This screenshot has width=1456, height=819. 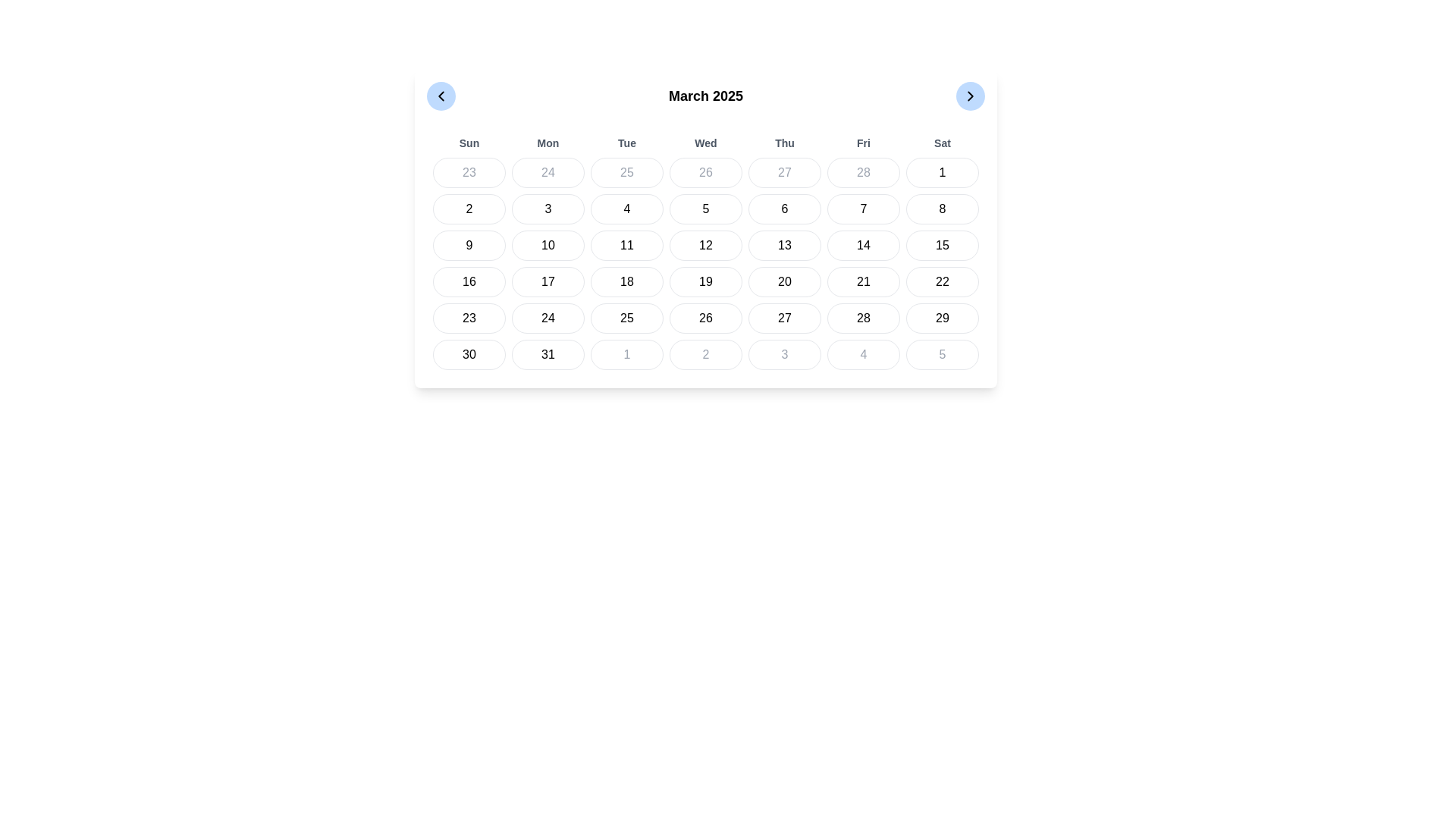 I want to click on the Calendar date button displaying the number '2', so click(x=705, y=354).